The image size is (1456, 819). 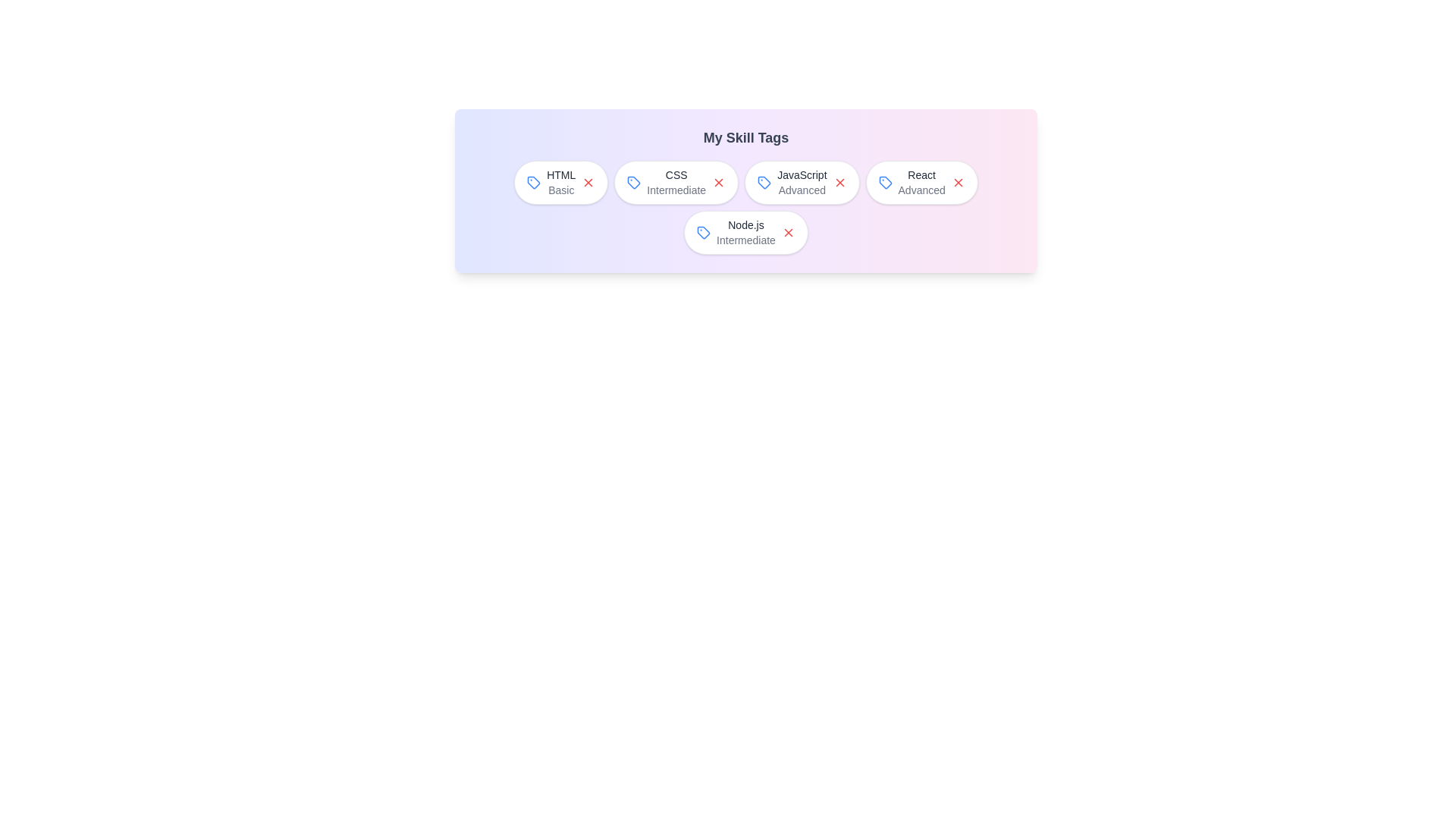 What do you see at coordinates (560, 181) in the screenshot?
I see `the skill label HTML to select it` at bounding box center [560, 181].